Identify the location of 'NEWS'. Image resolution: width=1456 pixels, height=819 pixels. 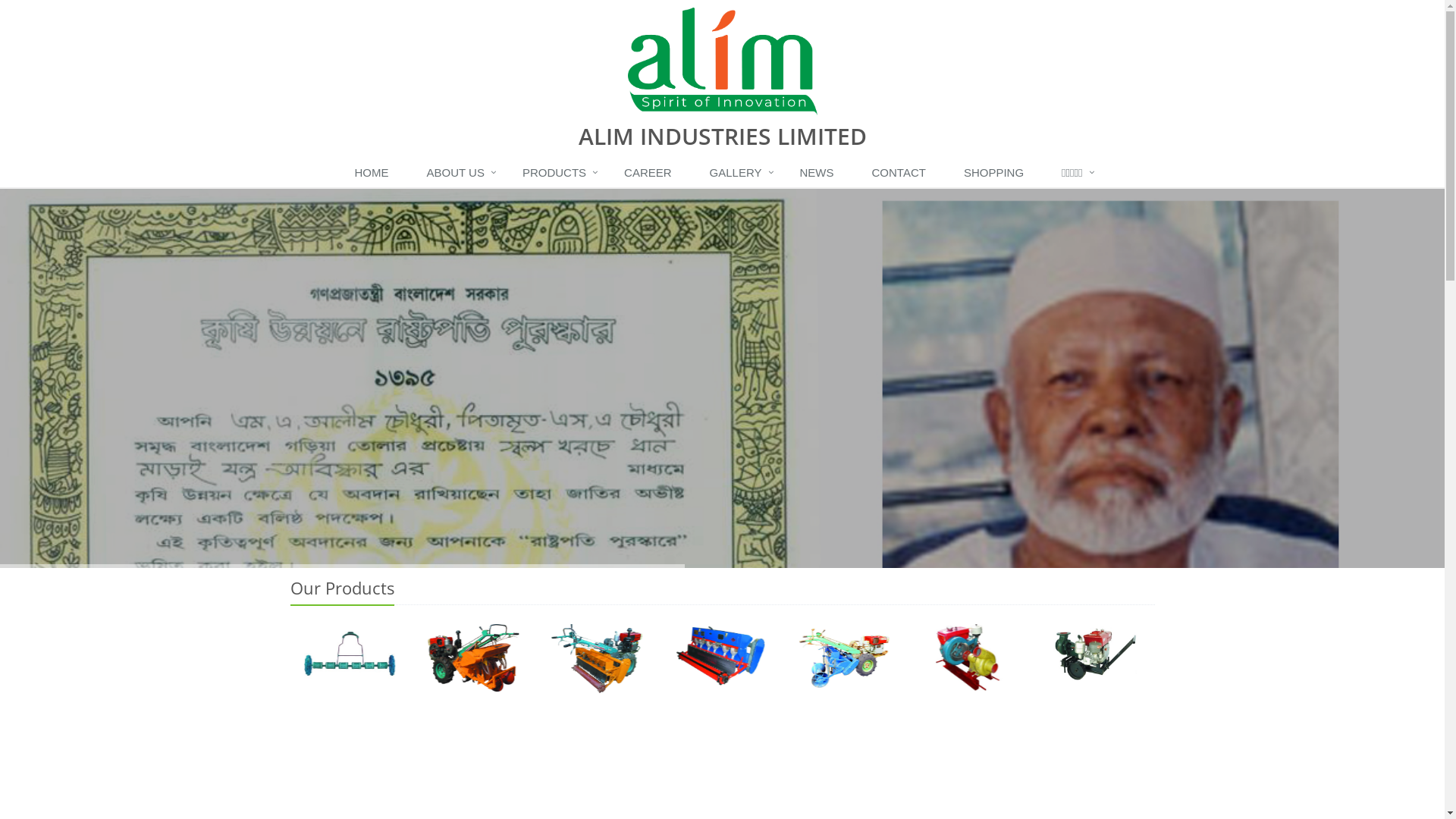
(820, 172).